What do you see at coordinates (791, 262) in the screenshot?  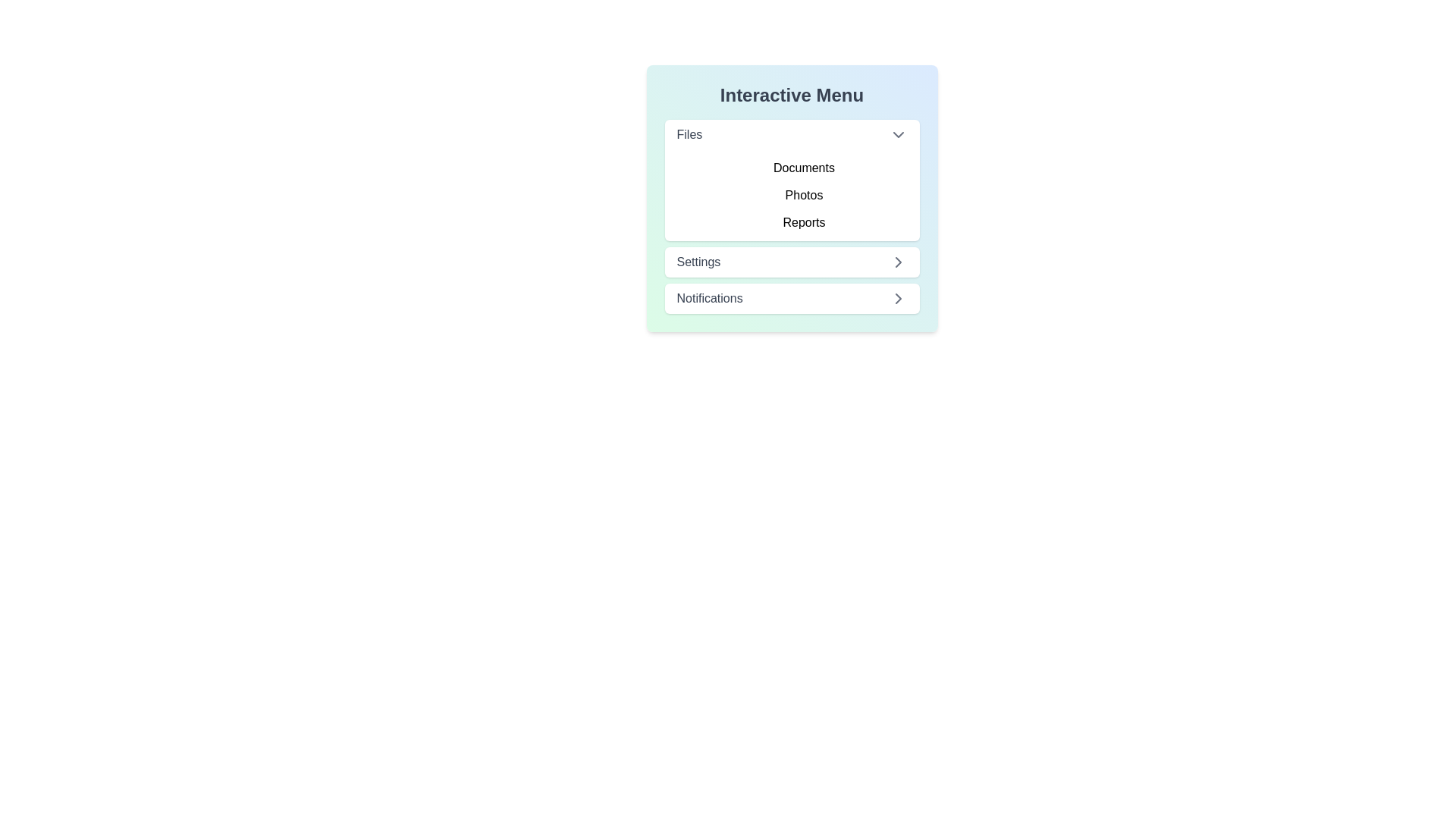 I see `the settings button located in the menu, which is the second to last button in the vertical list, situated directly below the 'Documents' section` at bounding box center [791, 262].